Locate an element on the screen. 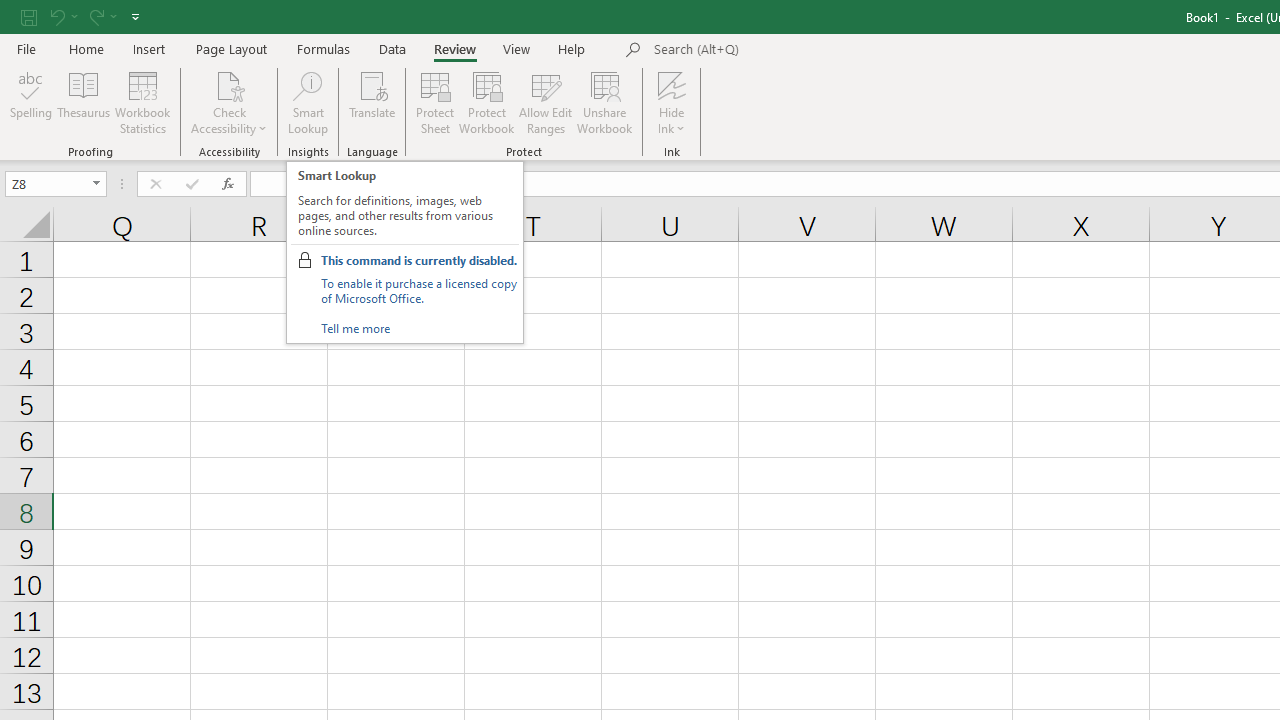  'Thesaurus...' is located at coordinates (82, 103).